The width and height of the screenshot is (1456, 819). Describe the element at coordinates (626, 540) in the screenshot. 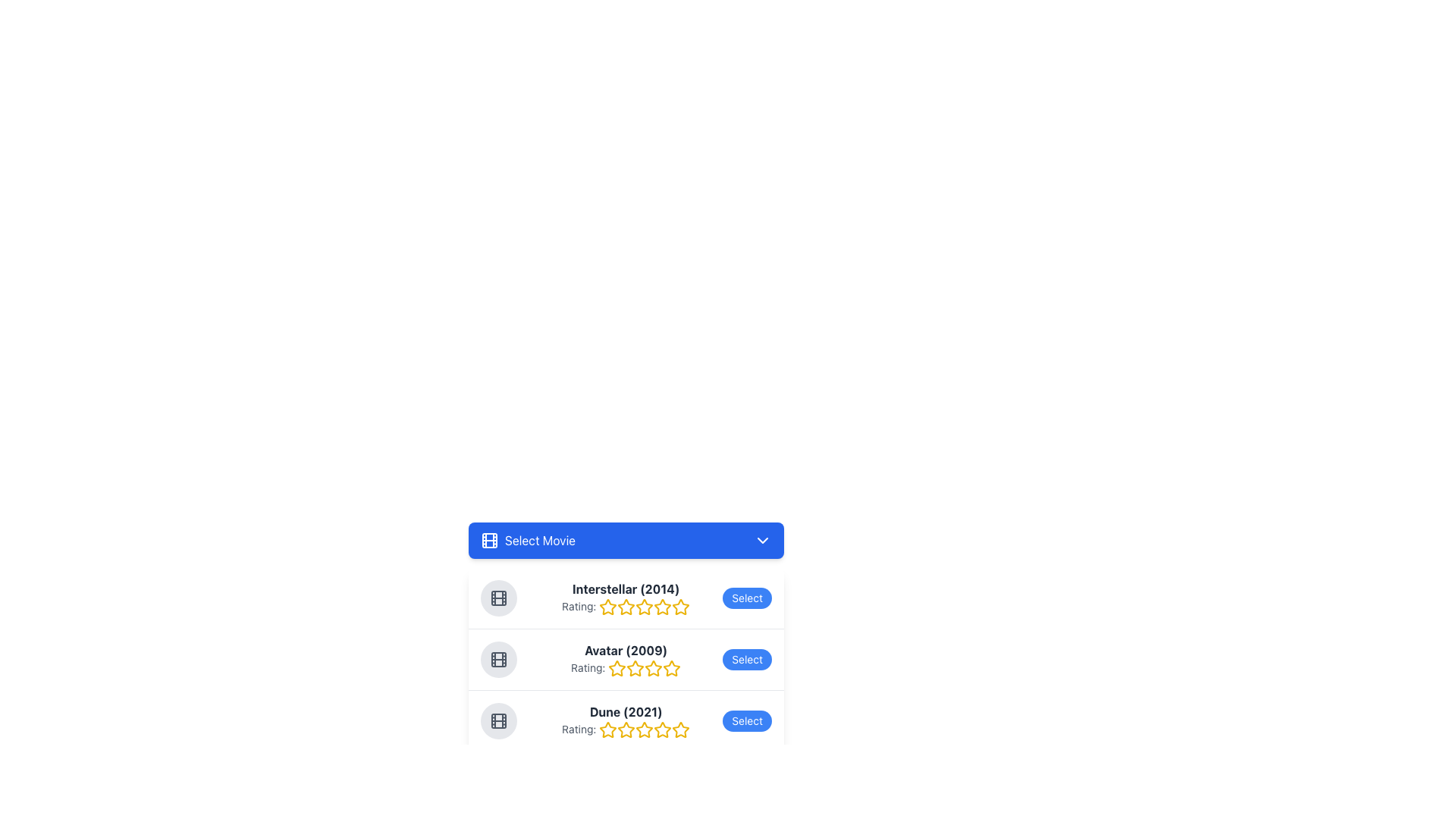

I see `the blue rectangular button labeled 'Select Movie' with icons` at that location.